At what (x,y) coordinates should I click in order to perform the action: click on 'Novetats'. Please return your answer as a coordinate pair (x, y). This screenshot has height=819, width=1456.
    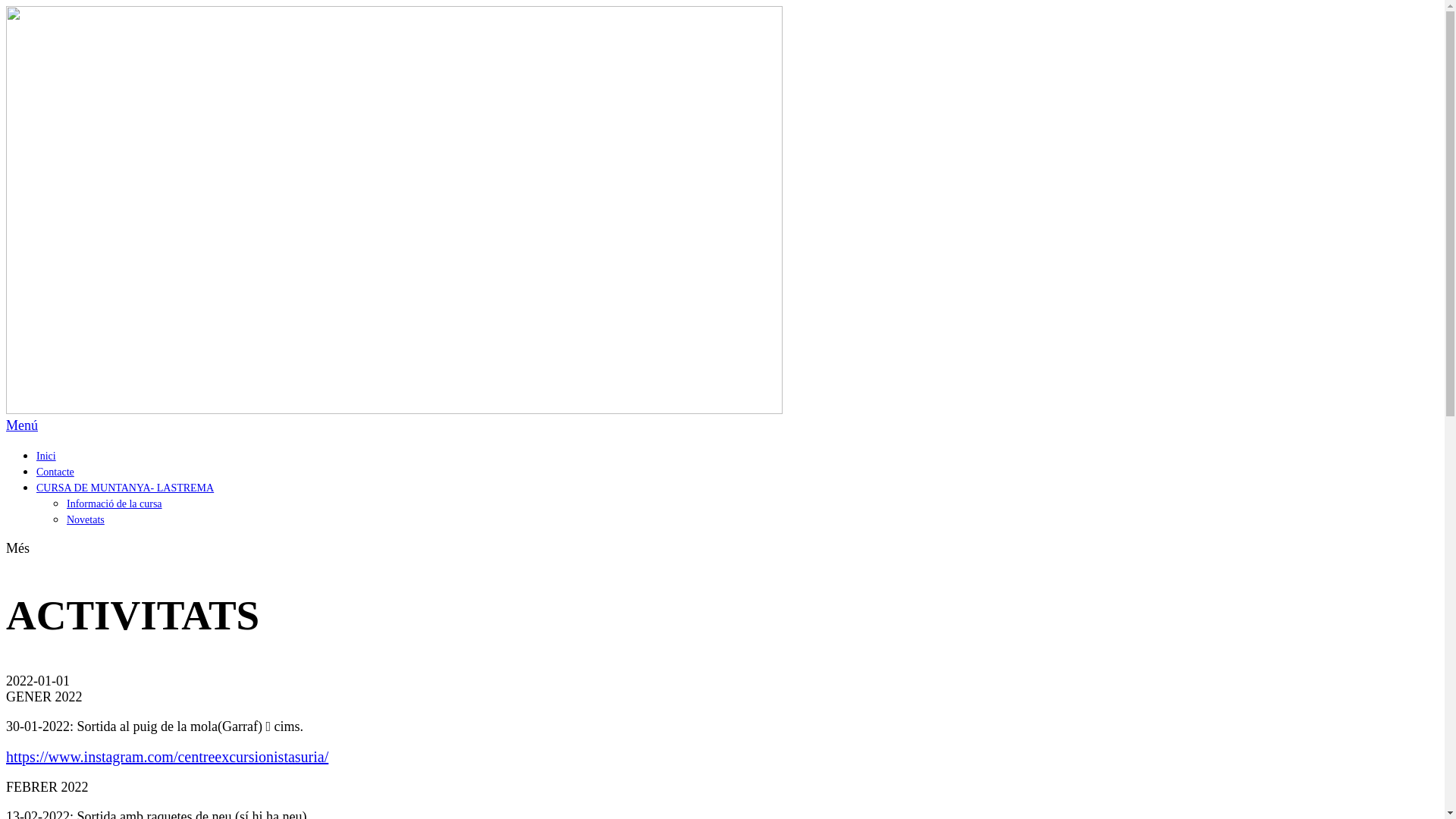
    Looking at the image, I should click on (85, 519).